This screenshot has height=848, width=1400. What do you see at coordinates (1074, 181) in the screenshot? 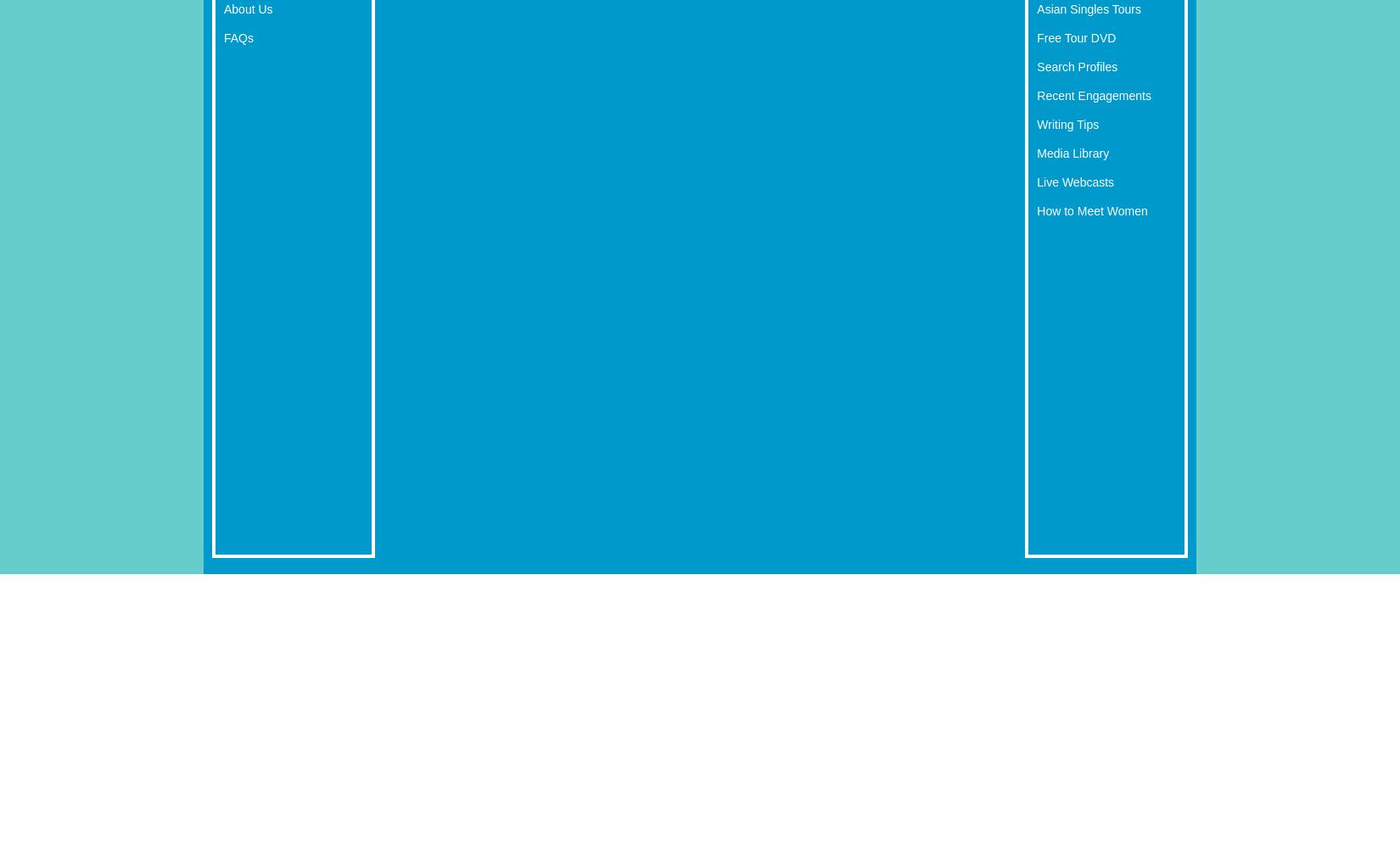
I see `'Live Webcasts'` at bounding box center [1074, 181].